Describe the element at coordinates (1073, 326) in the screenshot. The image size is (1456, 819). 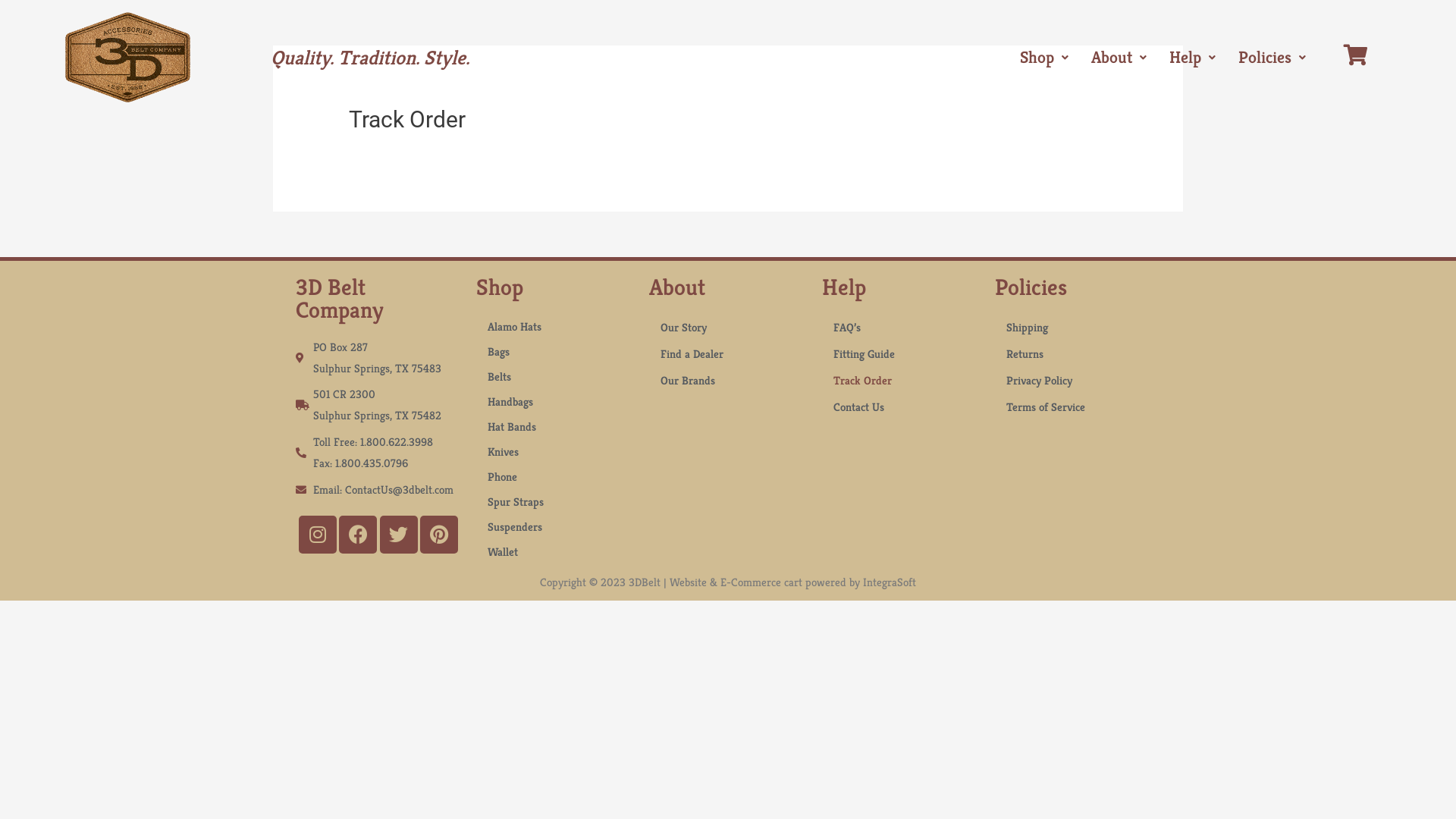
I see `'Shipping'` at that location.